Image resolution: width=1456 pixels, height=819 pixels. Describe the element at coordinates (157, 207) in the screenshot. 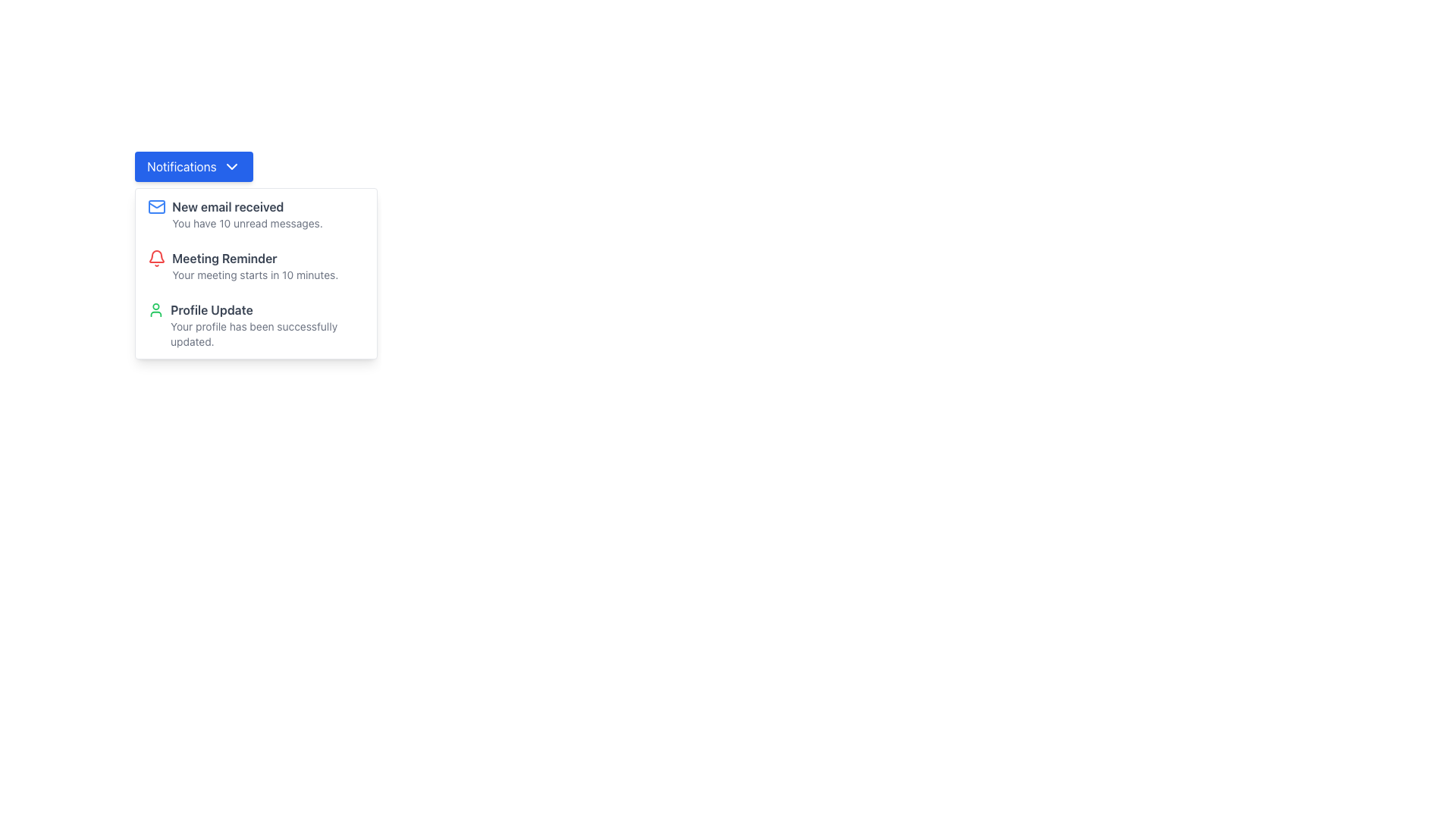

I see `the email notification icon located at the left edge of the 'New email received' notification card` at that location.